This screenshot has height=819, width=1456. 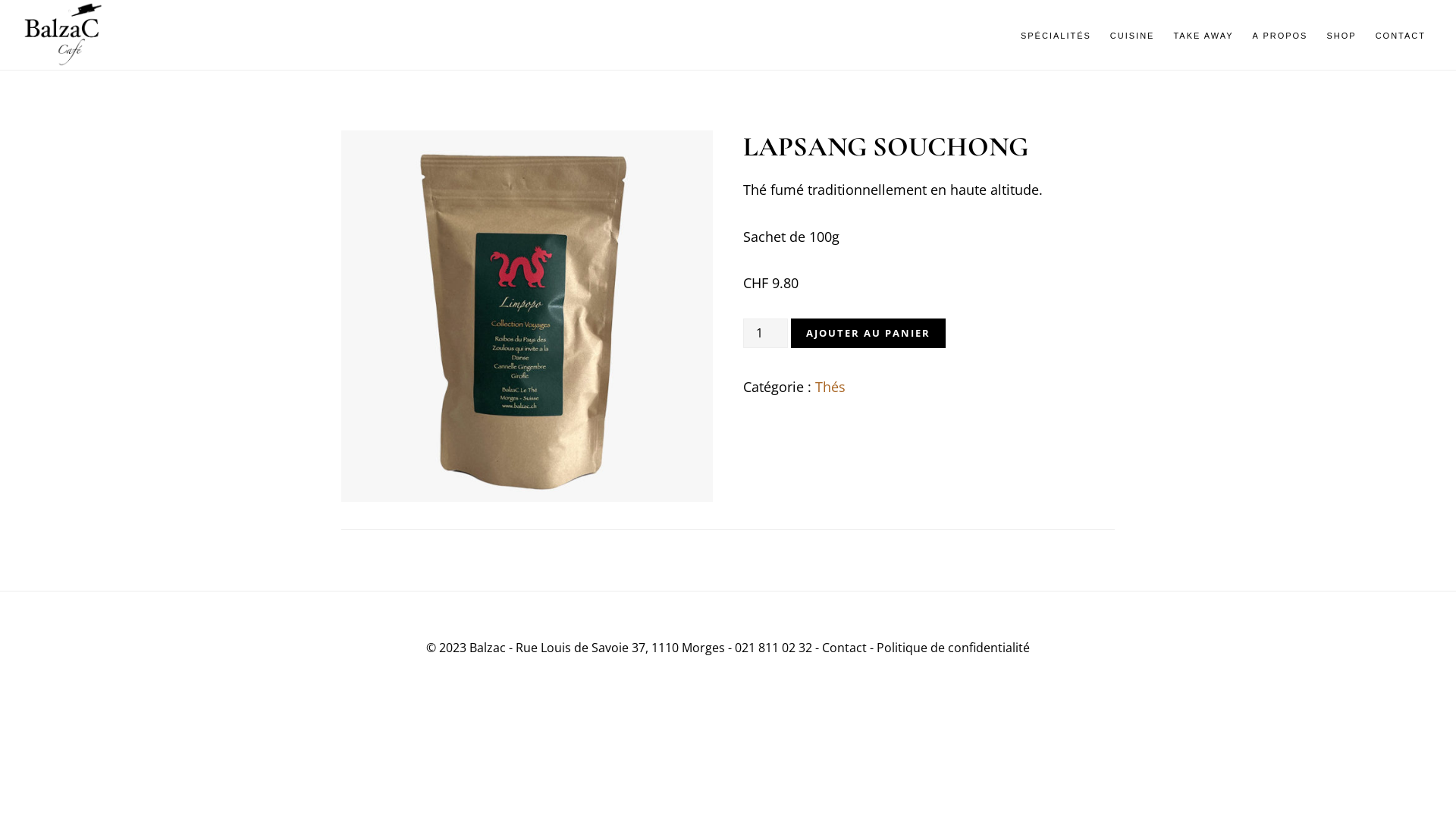 What do you see at coordinates (1132, 35) in the screenshot?
I see `'CUISINE'` at bounding box center [1132, 35].